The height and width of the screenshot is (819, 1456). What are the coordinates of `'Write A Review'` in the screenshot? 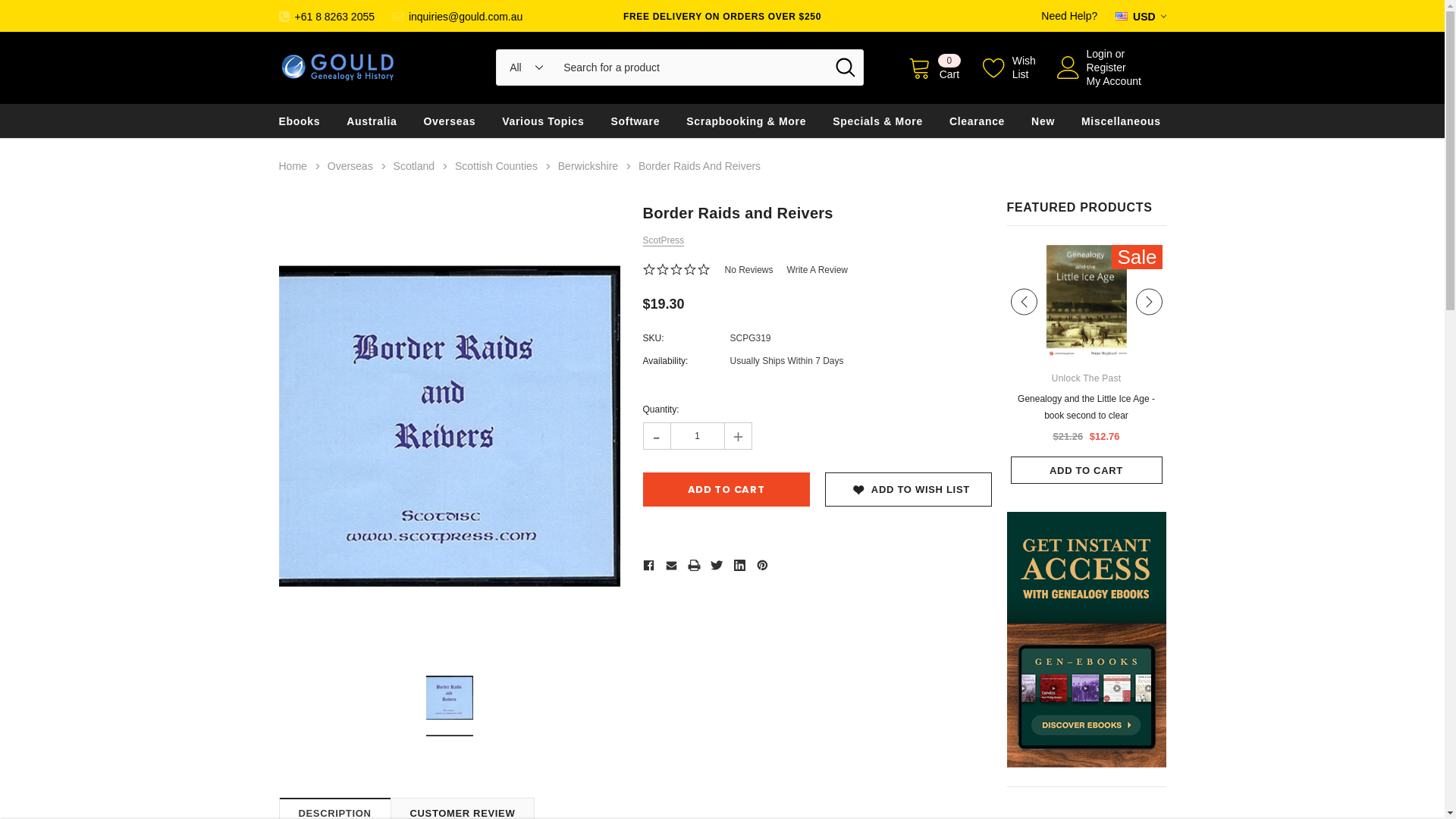 It's located at (786, 268).